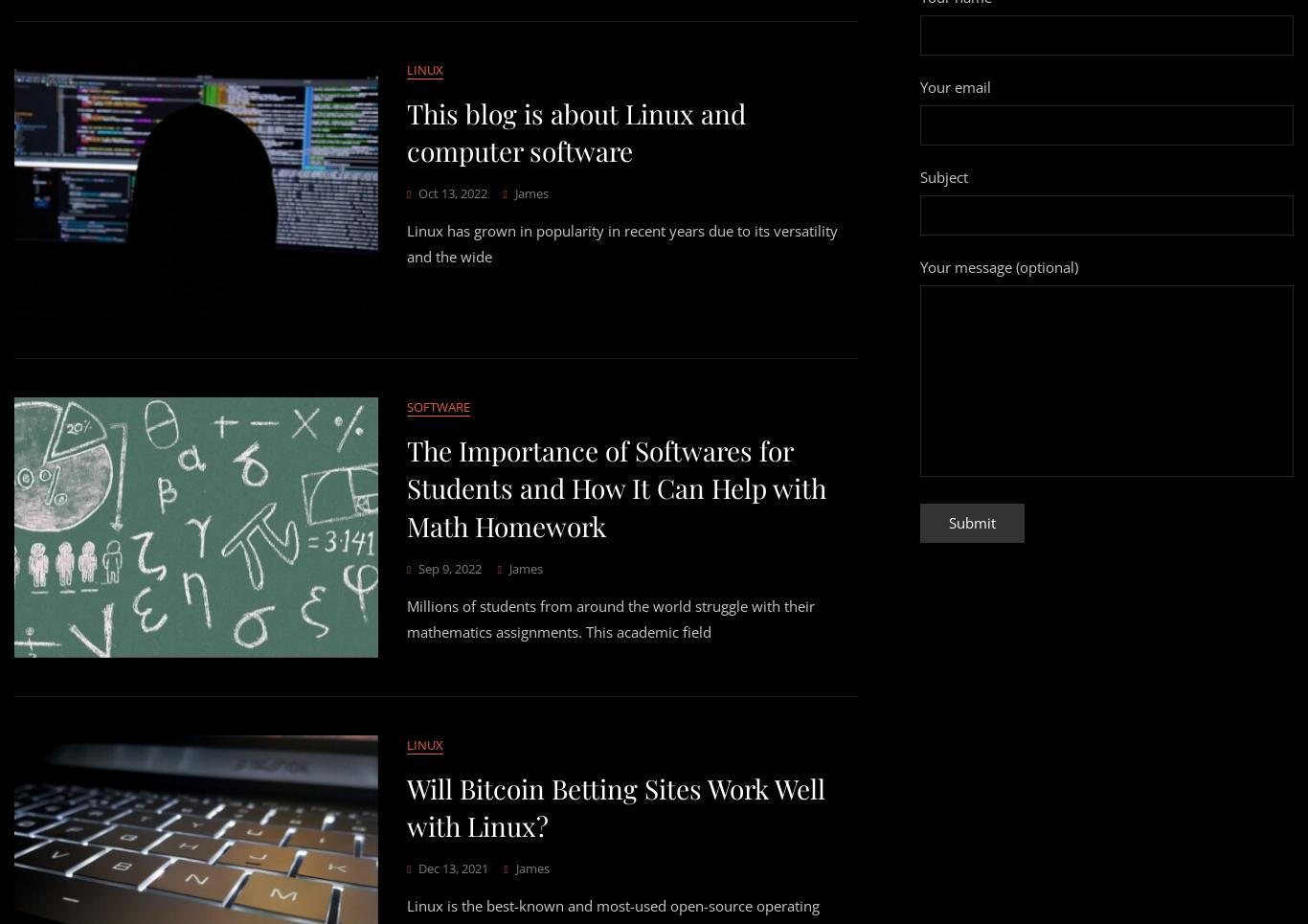 This screenshot has height=924, width=1308. What do you see at coordinates (450, 567) in the screenshot?
I see `'Sep 9, 2022'` at bounding box center [450, 567].